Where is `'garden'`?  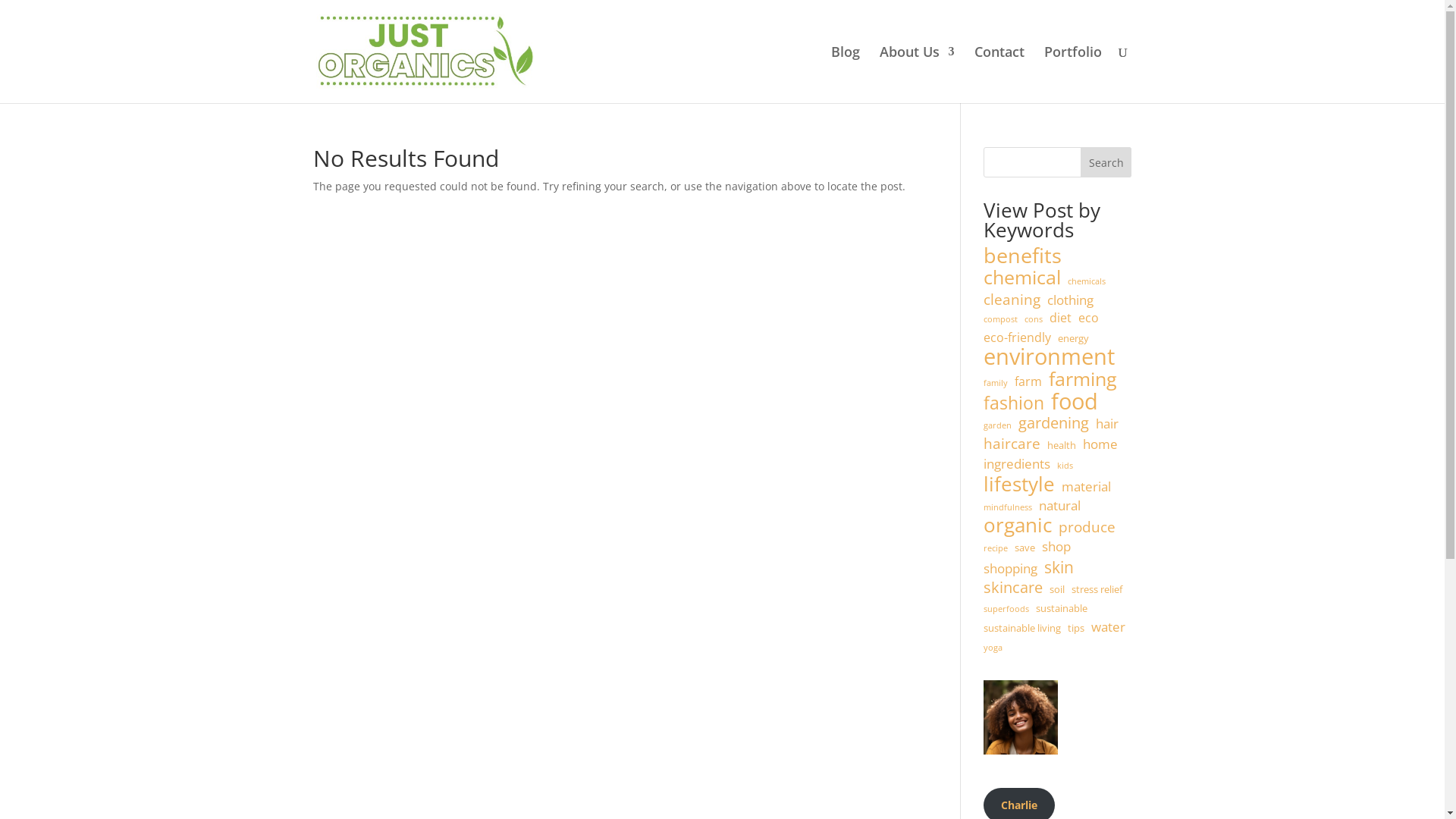
'garden' is located at coordinates (983, 426).